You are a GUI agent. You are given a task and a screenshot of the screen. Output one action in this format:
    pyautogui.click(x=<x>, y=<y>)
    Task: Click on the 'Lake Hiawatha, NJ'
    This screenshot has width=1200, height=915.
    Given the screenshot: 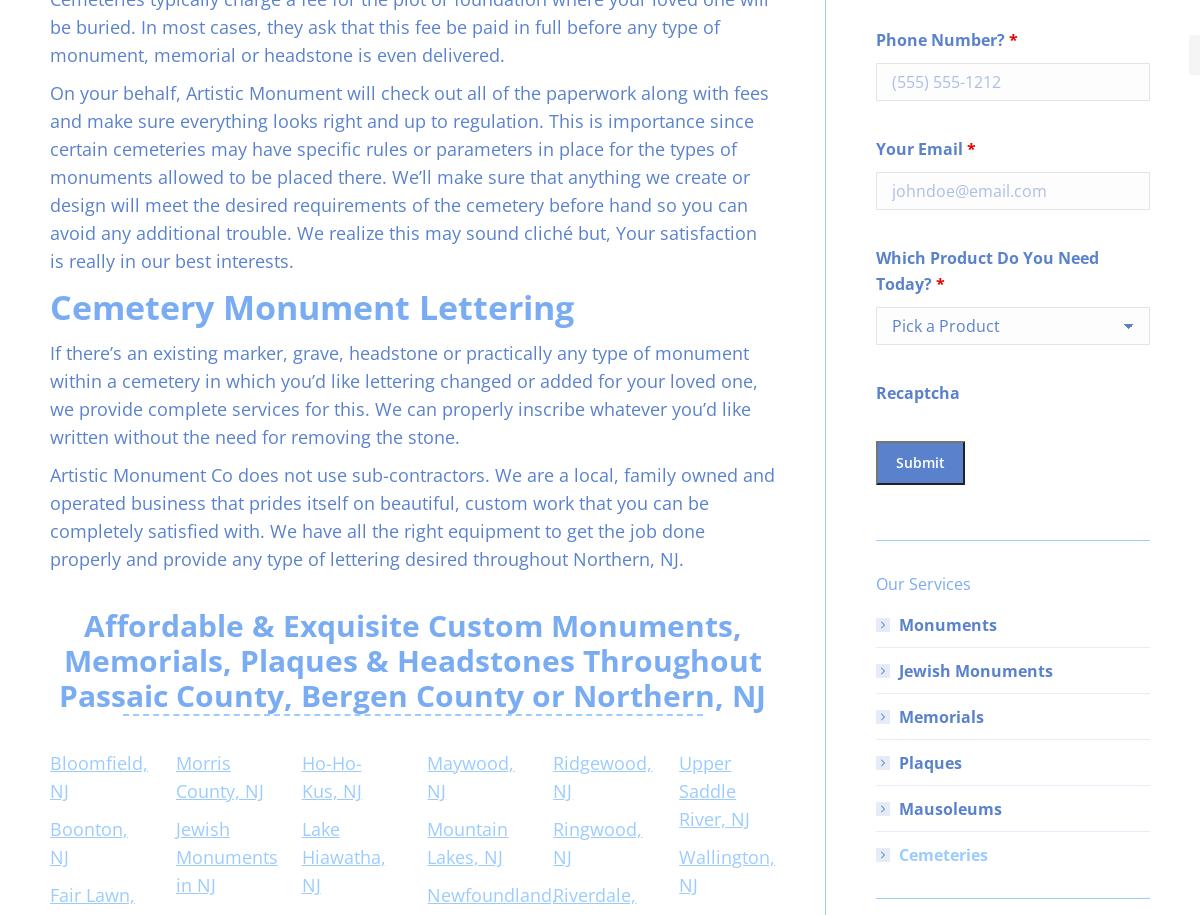 What is the action you would take?
    pyautogui.click(x=342, y=856)
    